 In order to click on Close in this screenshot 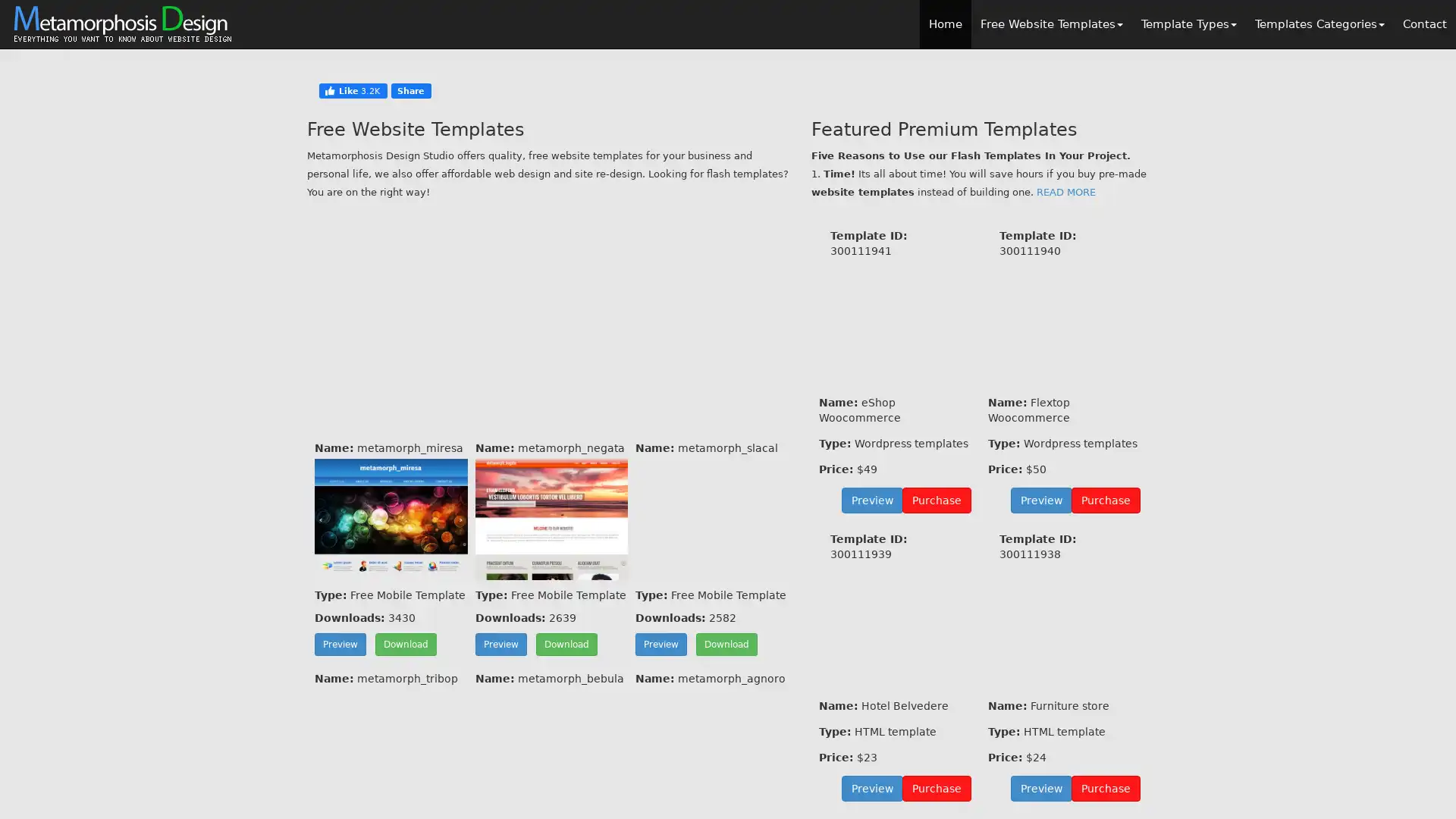, I will do `click(821, 40)`.